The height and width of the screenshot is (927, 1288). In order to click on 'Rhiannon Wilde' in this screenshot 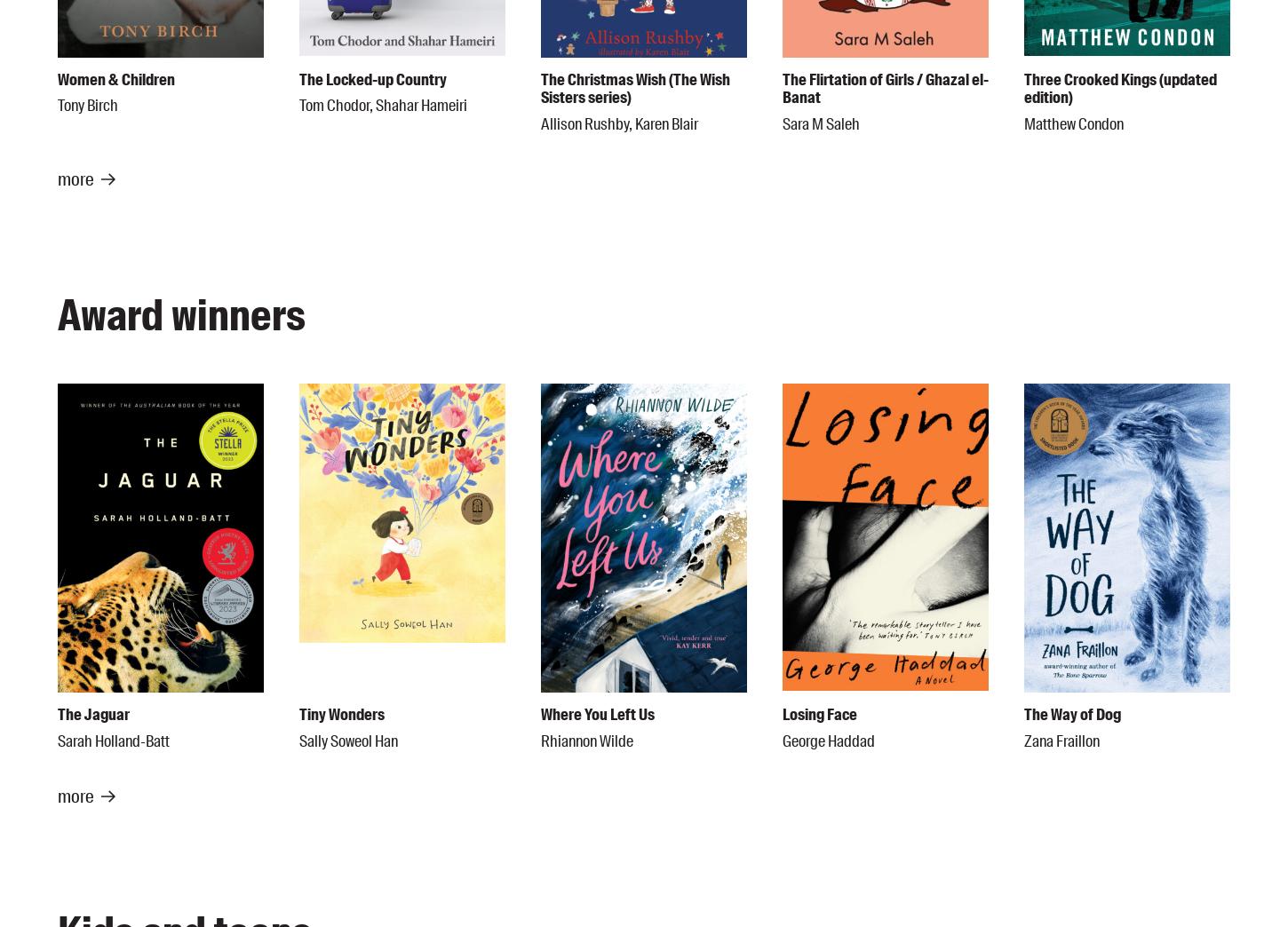, I will do `click(586, 740)`.